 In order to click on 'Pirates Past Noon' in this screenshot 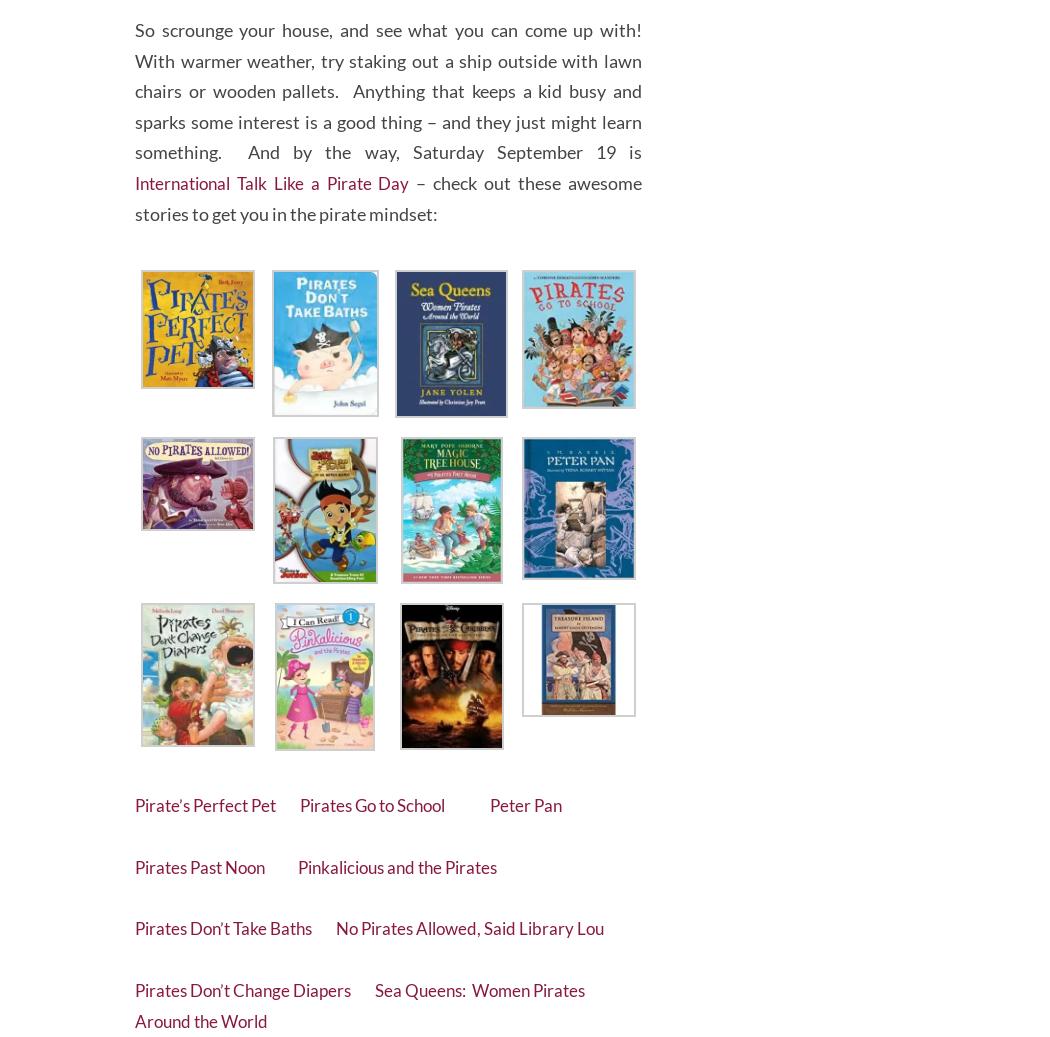, I will do `click(220, 859)`.